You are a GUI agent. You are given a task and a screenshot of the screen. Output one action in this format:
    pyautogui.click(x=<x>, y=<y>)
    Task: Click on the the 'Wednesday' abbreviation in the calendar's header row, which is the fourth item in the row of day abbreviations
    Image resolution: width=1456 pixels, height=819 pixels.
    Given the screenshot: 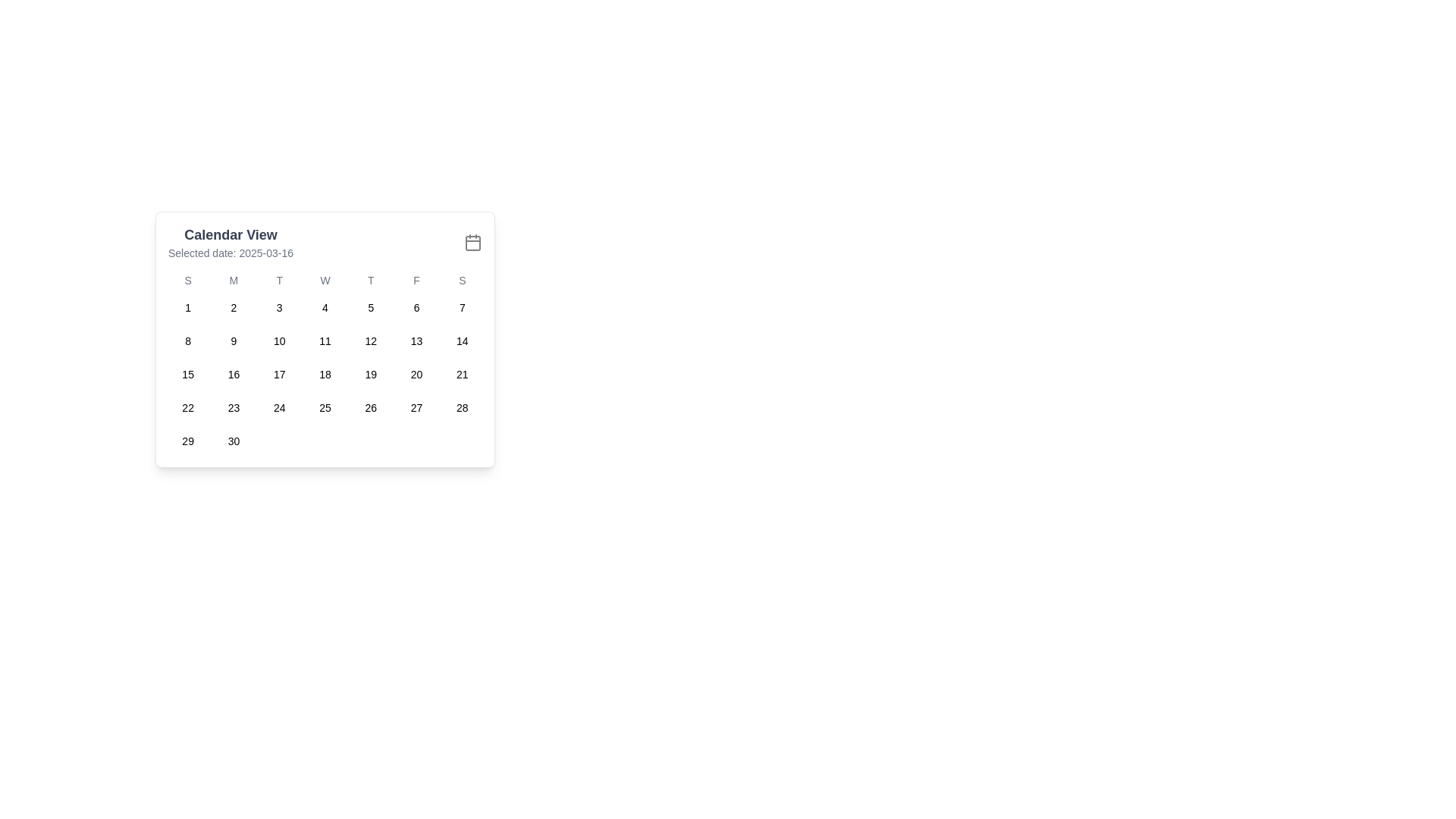 What is the action you would take?
    pyautogui.click(x=324, y=281)
    